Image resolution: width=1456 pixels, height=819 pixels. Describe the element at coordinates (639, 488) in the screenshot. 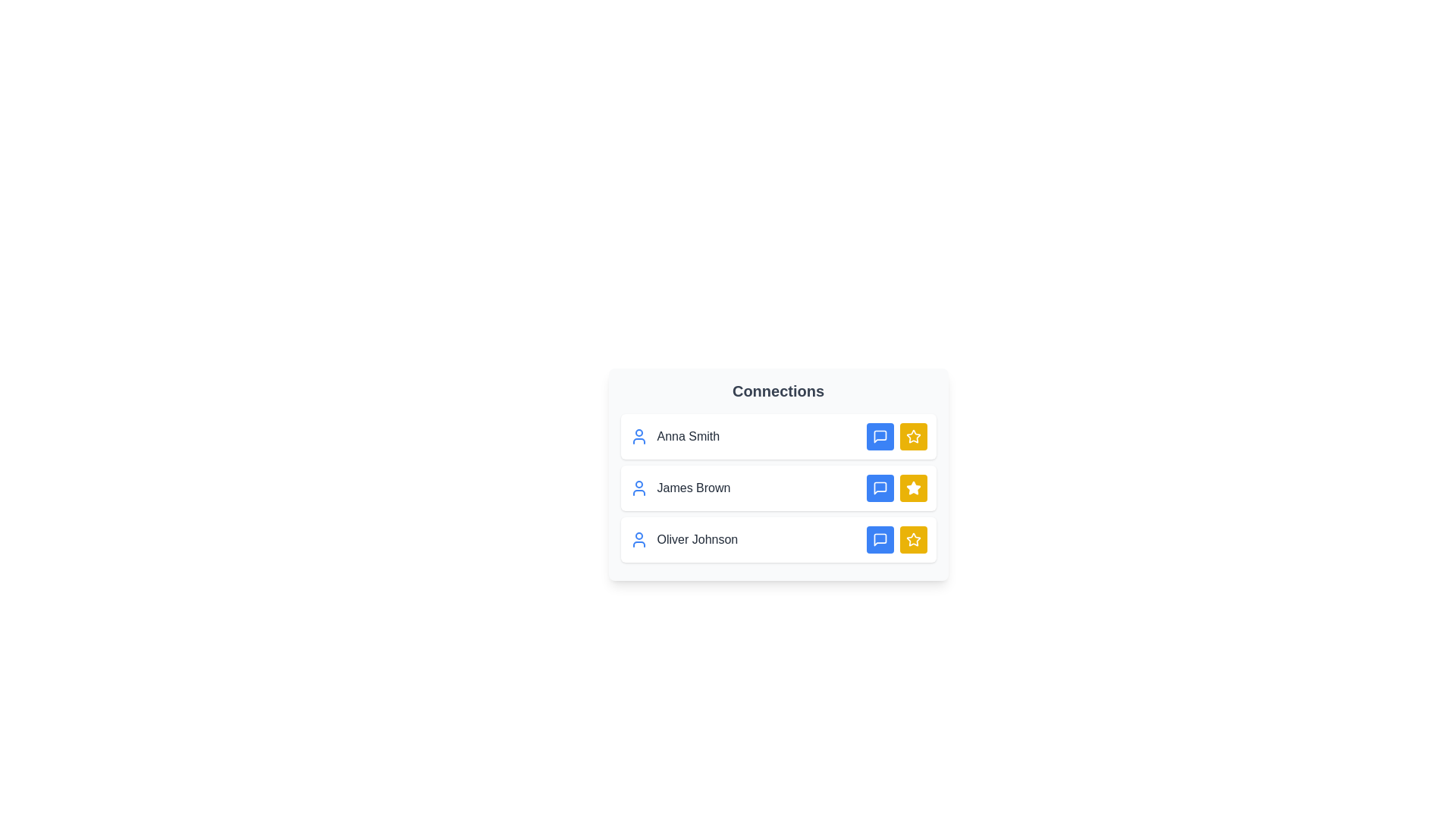

I see `the user icon for James Brown` at that location.